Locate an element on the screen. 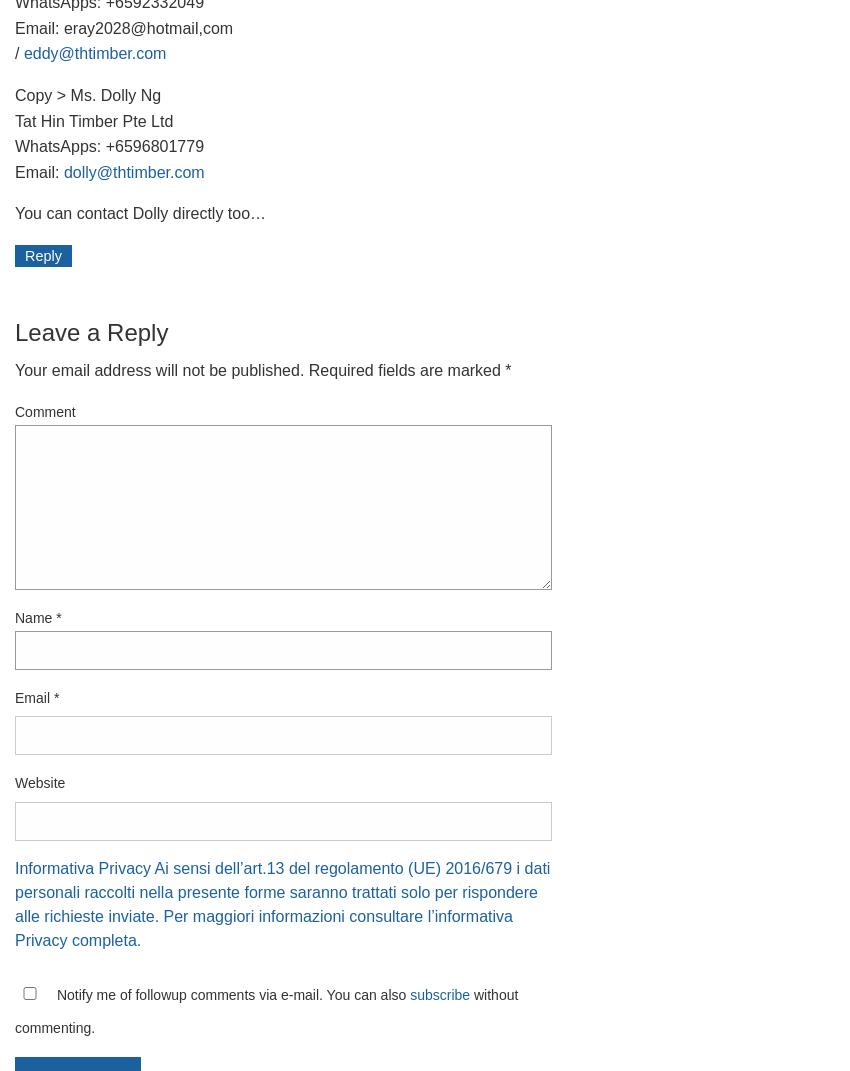 Image resolution: width=850 pixels, height=1071 pixels. 'Informativa Privacy
		Ai sensi dell’art.13 del regolamento (UE) 2016/679 i dati personali raccolti nella presente forme saranno trattati solo per rispondere alle richieste inviate.
		Per maggiori informazioni consultare l’informativa Privacy completa.' is located at coordinates (281, 903).